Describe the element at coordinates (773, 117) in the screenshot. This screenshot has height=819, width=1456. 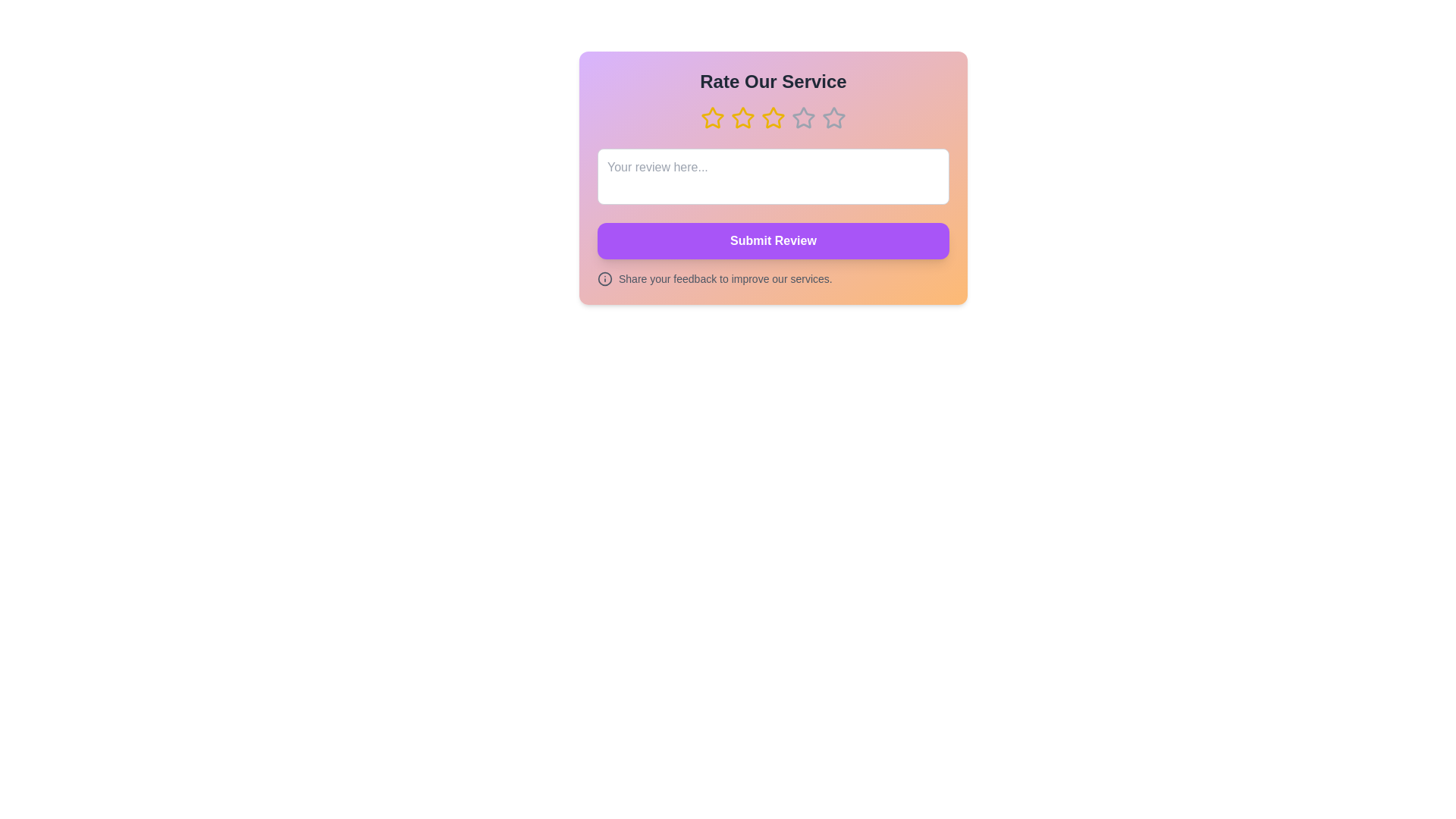
I see `the third star icon used for rating in the feedback form to focus on it` at that location.